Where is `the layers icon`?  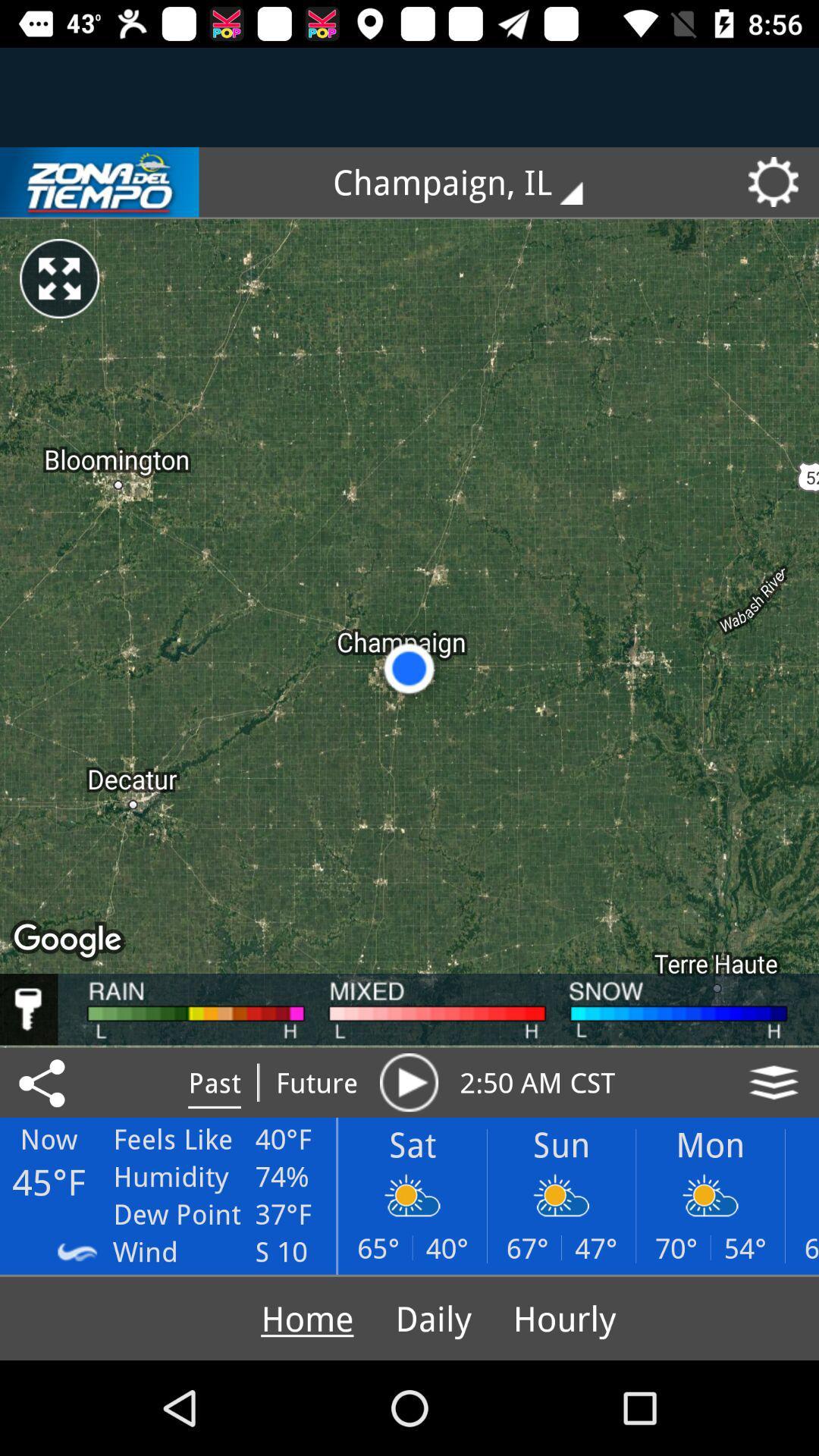 the layers icon is located at coordinates (773, 1081).